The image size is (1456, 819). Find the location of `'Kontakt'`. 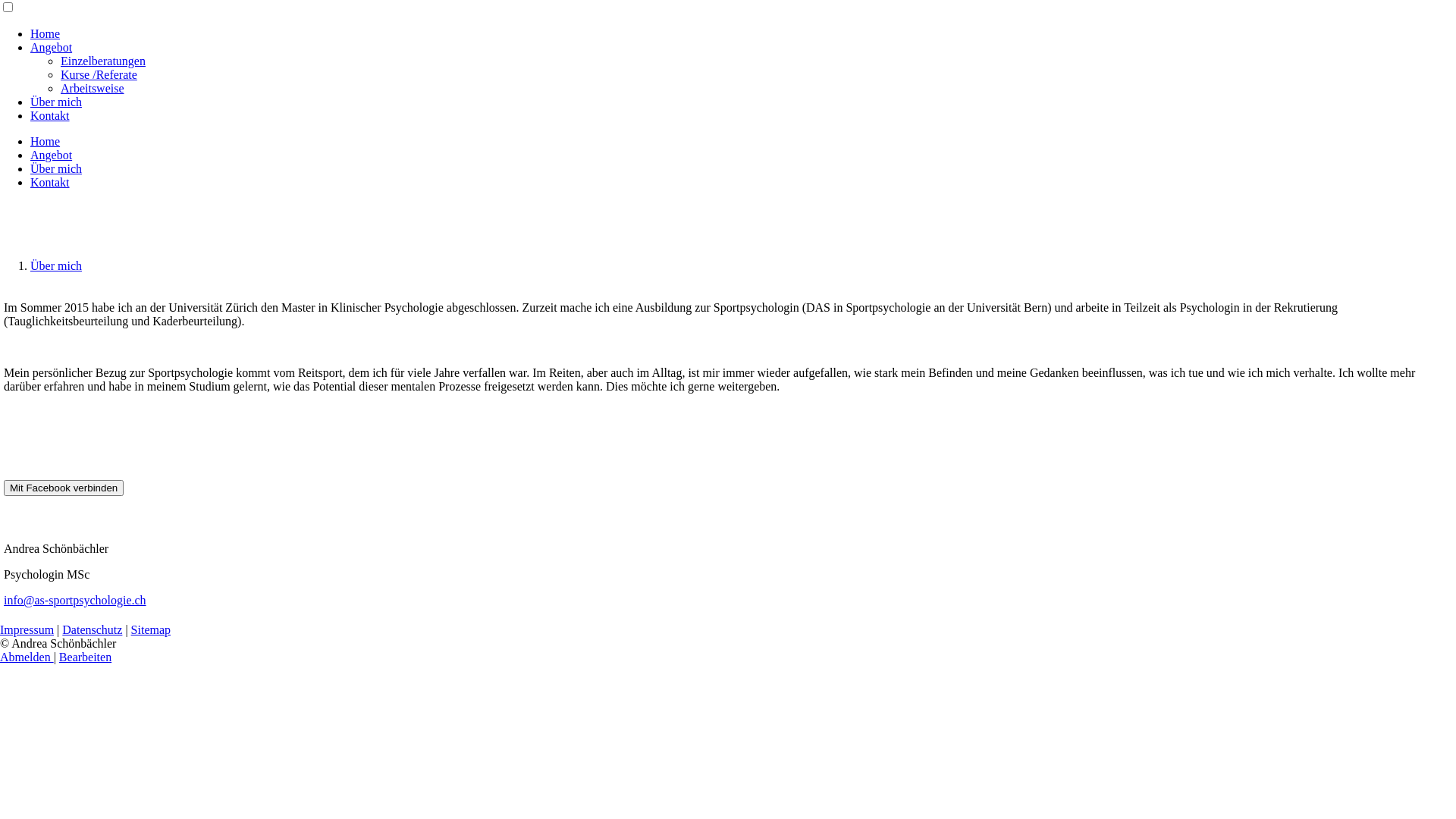

'Kontakt' is located at coordinates (30, 181).